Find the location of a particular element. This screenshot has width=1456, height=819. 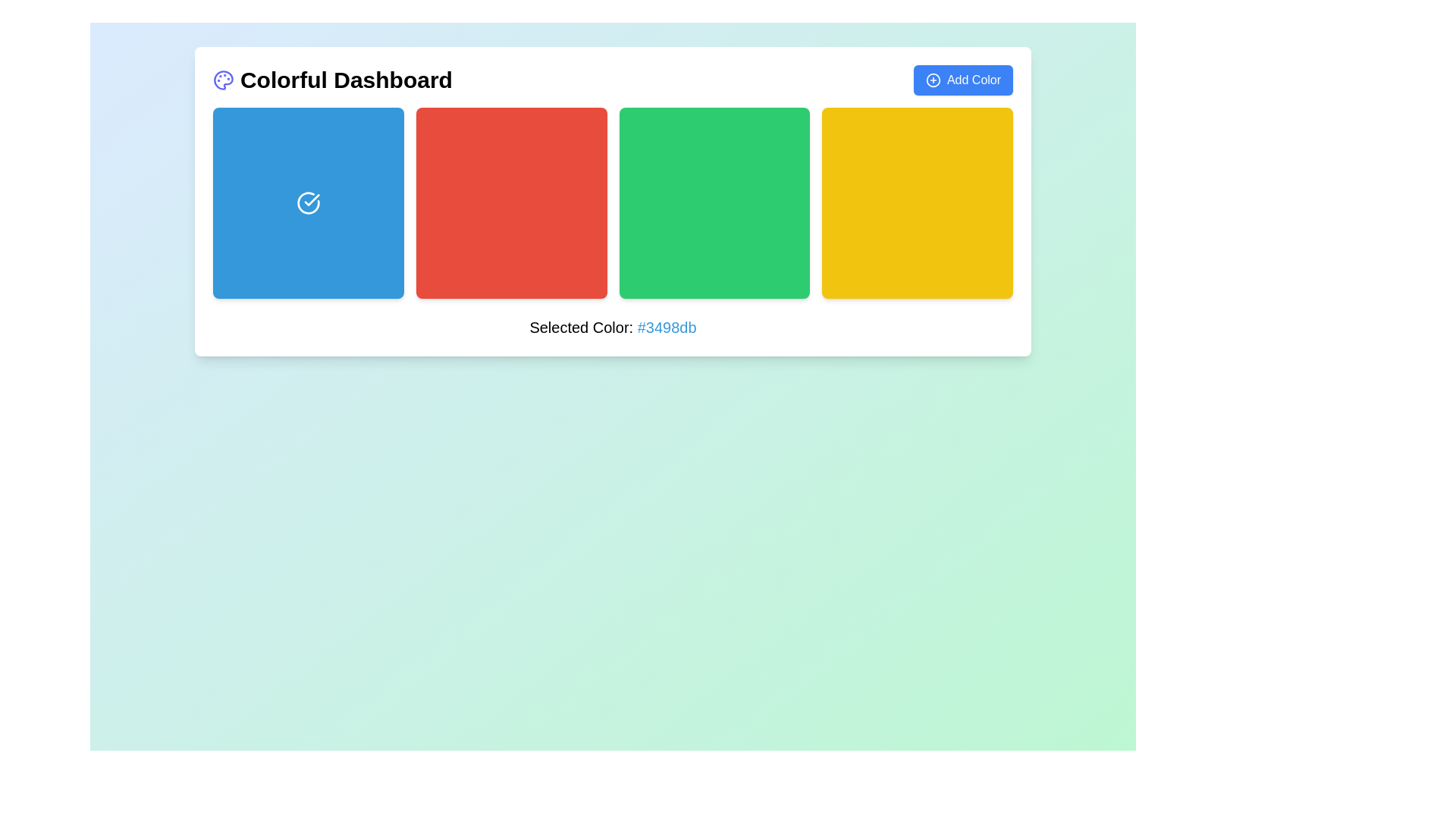

the selection confirmation icon located centrally within the first blue square under the 'Colorful Dashboard' heading is located at coordinates (307, 202).